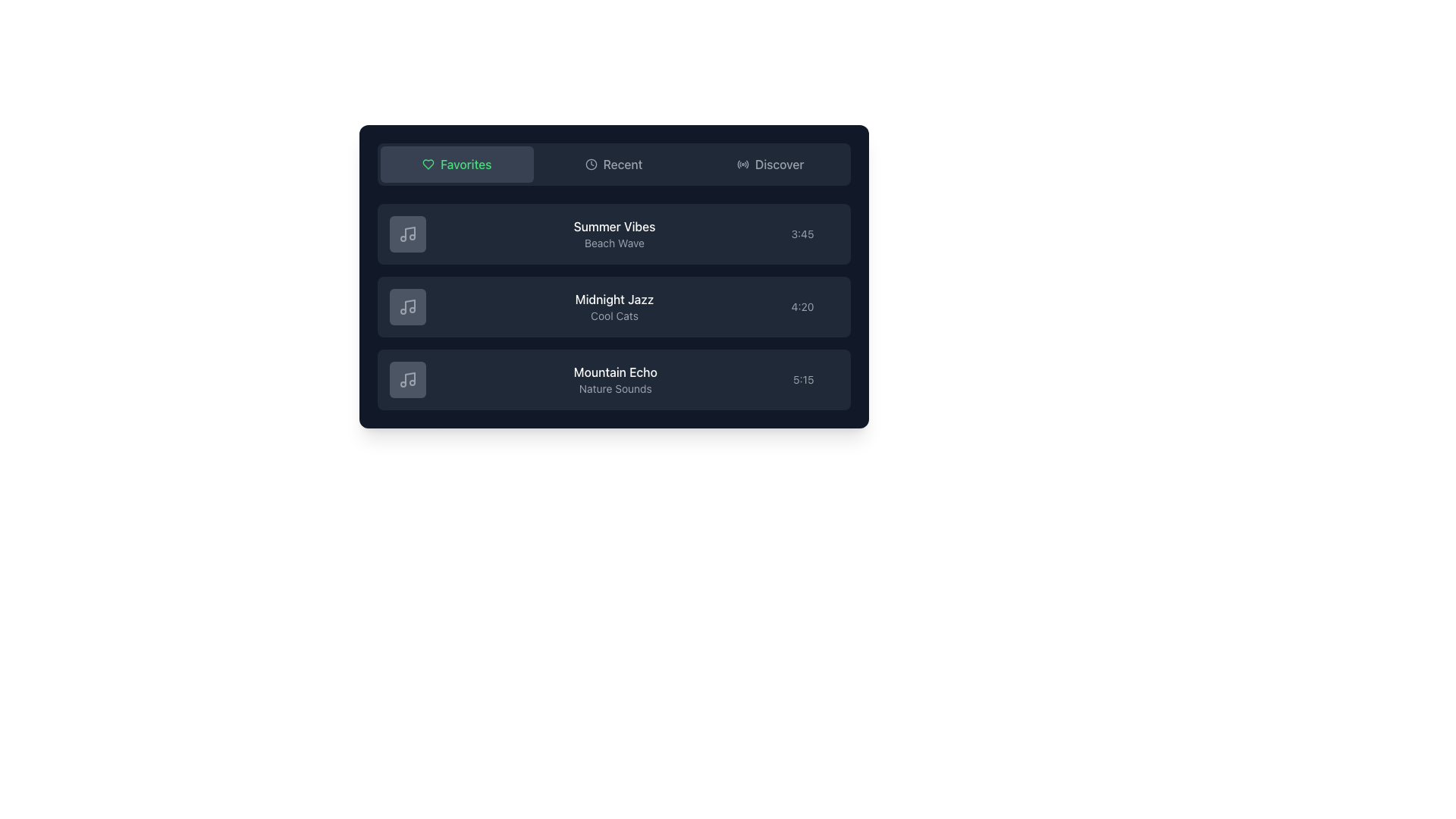 The height and width of the screenshot is (819, 1456). Describe the element at coordinates (615, 372) in the screenshot. I see `the text label indicating the title 'Mountain Echo' in the third playlist item of the 'Favorites' tab` at that location.